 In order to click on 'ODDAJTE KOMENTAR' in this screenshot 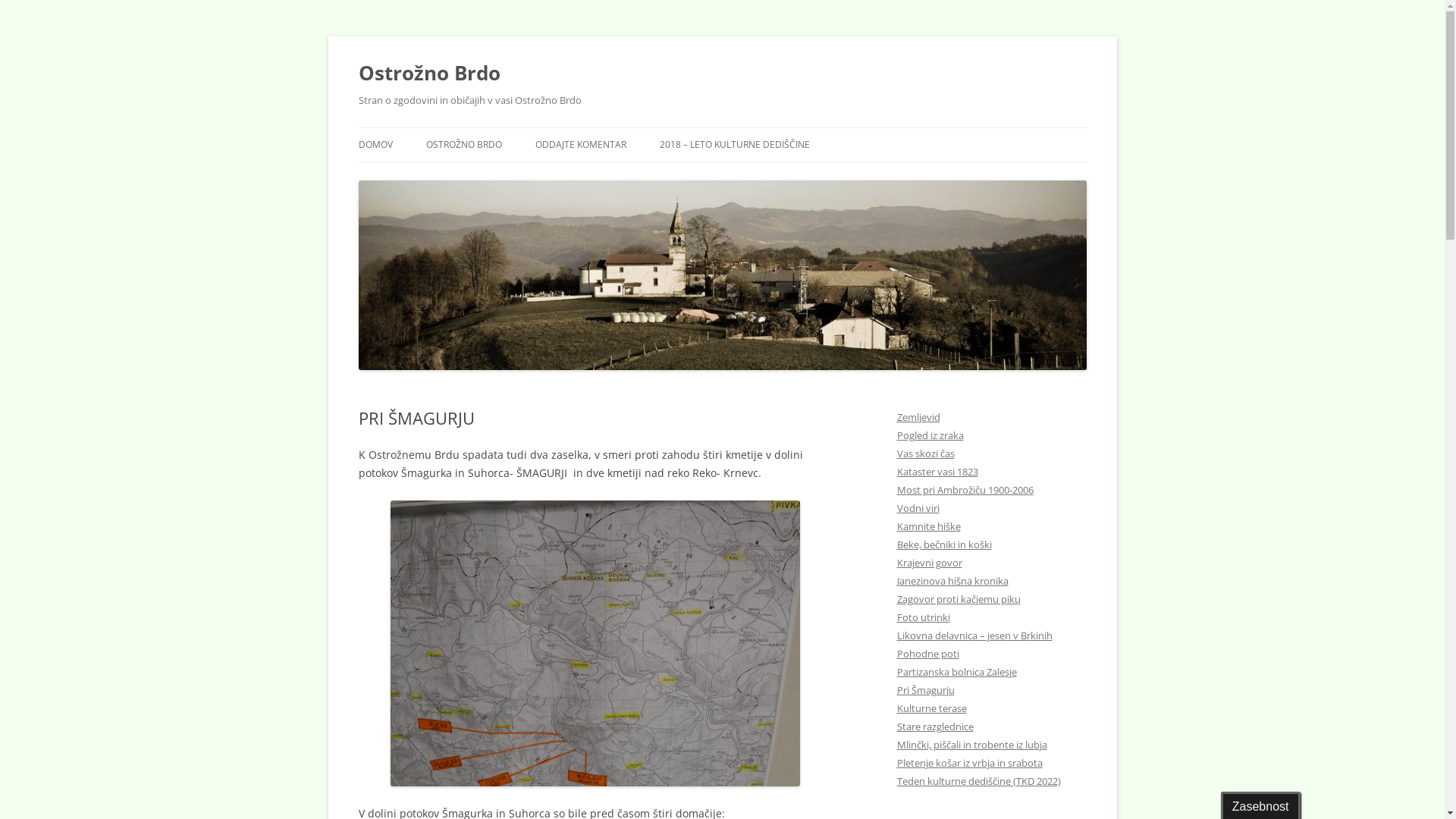, I will do `click(580, 145)`.